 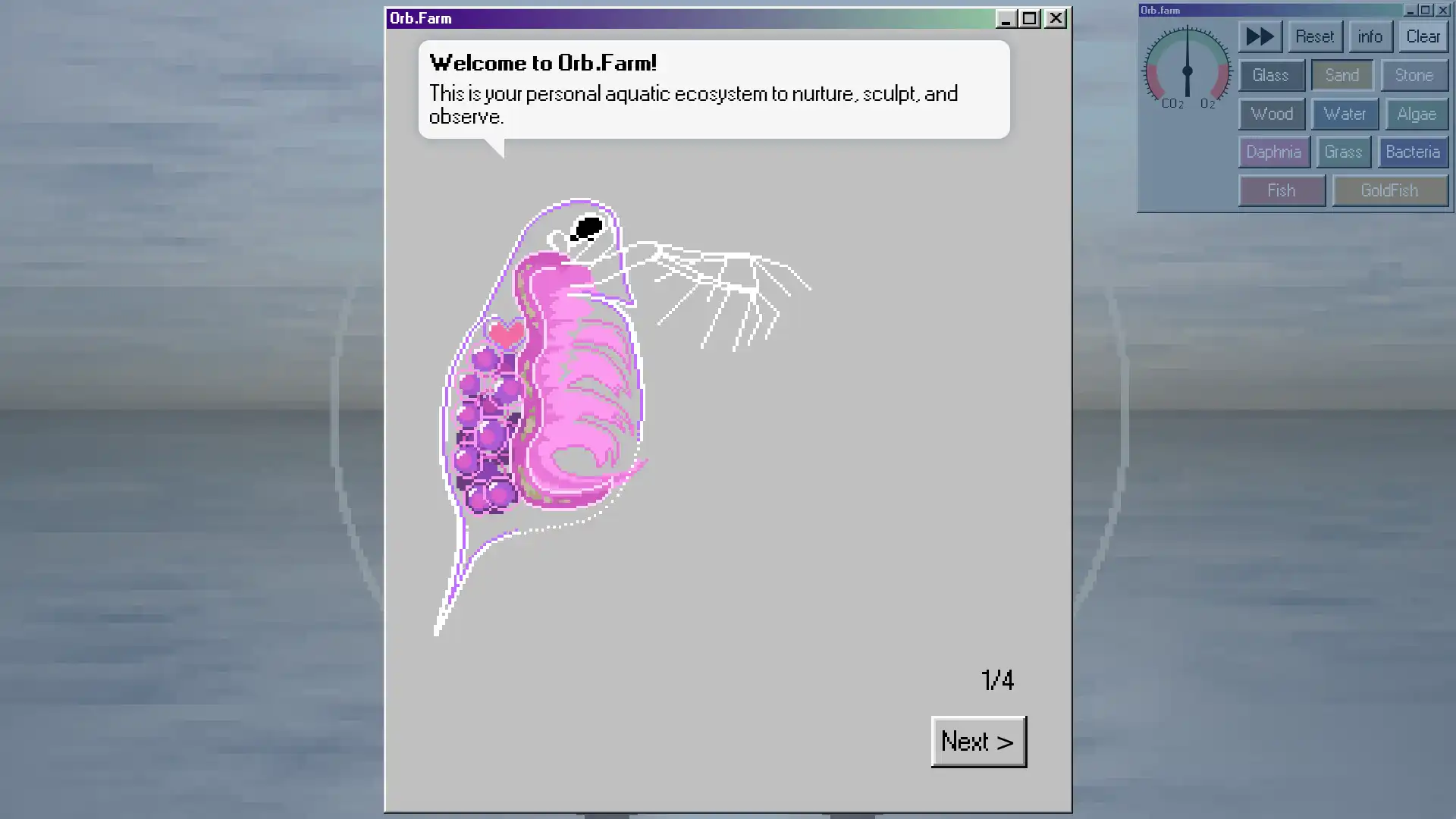 I want to click on Maximize, so click(x=1140, y=8).